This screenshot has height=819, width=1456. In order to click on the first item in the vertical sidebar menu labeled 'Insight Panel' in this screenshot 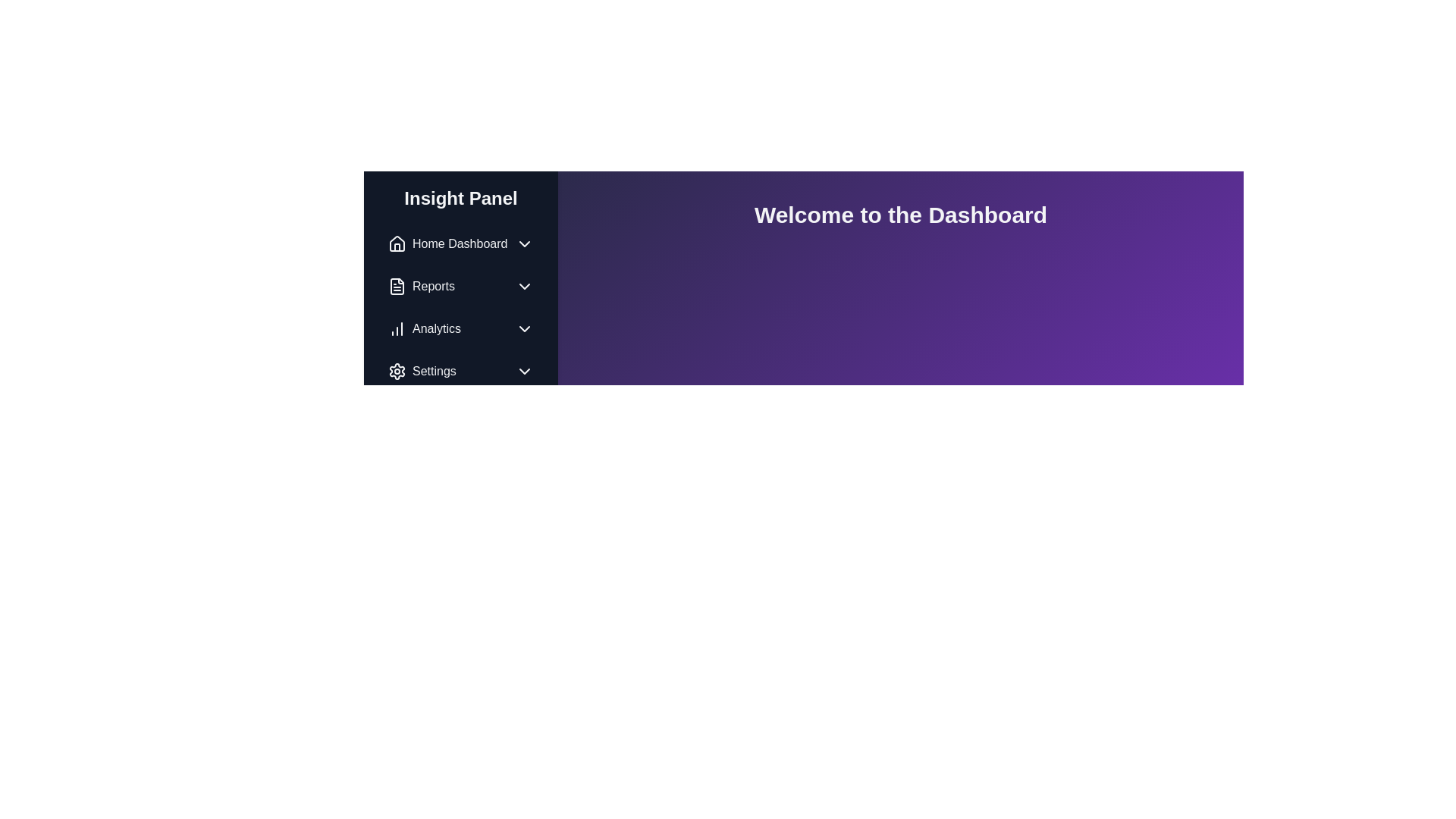, I will do `click(447, 243)`.